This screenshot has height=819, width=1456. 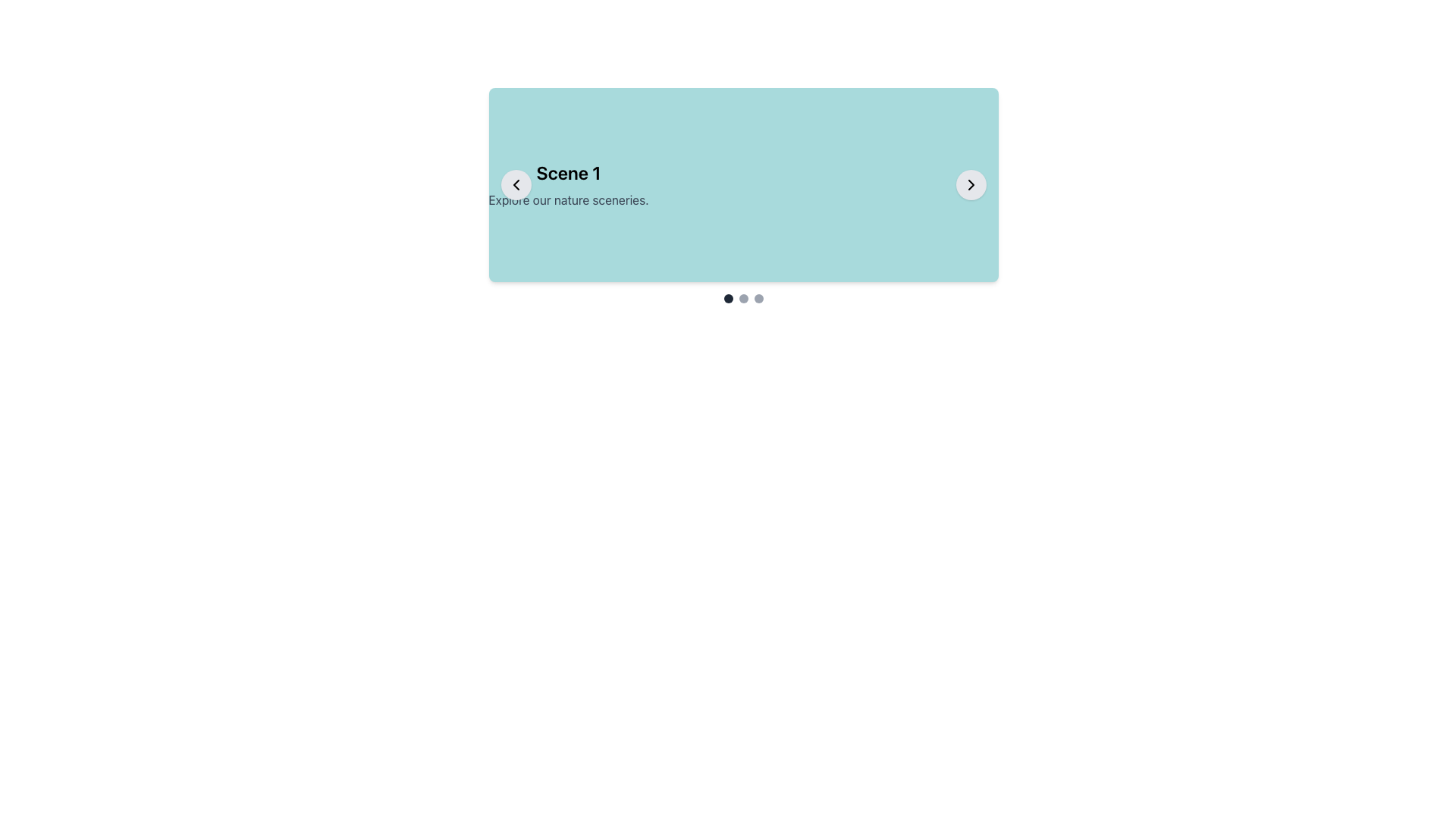 What do you see at coordinates (567, 199) in the screenshot?
I see `the descriptive text label located below the 'Scene 1' title in the teal-colored rectangular area` at bounding box center [567, 199].